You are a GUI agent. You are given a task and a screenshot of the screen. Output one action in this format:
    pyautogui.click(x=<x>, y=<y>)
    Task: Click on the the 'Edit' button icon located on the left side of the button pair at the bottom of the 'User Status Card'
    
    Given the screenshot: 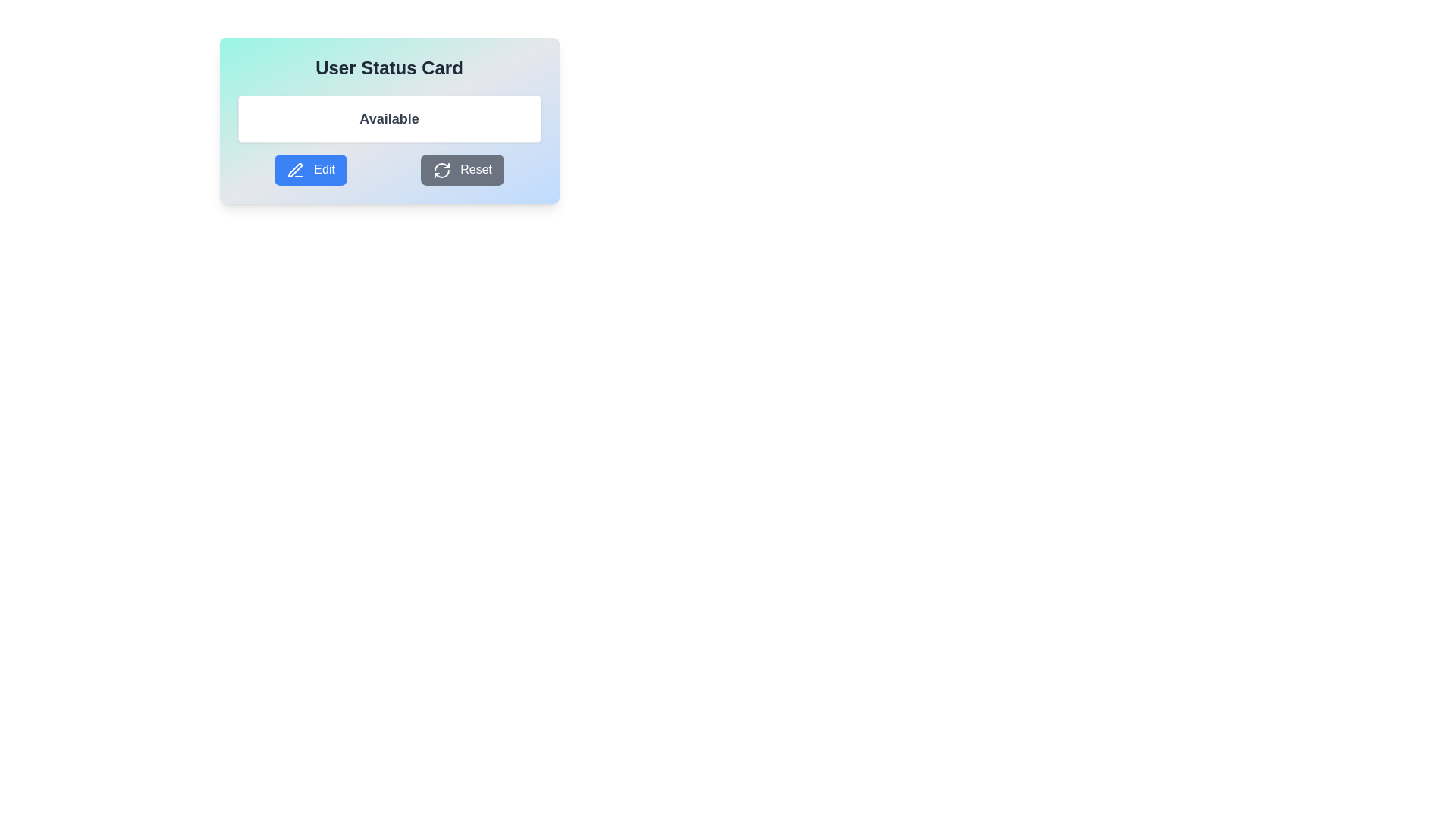 What is the action you would take?
    pyautogui.click(x=295, y=170)
    